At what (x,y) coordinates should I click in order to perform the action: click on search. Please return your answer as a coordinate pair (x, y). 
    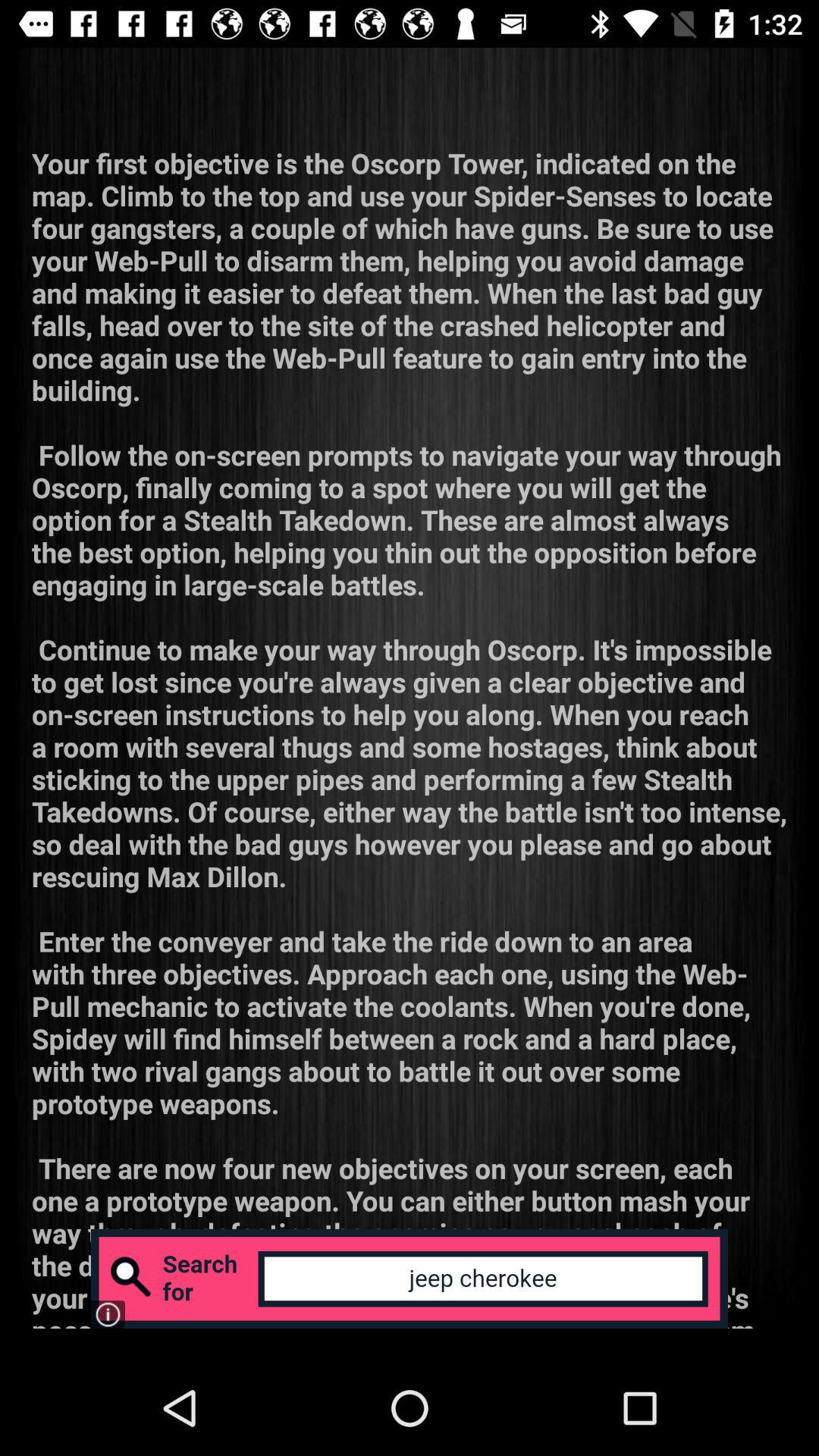
    Looking at the image, I should click on (409, 1278).